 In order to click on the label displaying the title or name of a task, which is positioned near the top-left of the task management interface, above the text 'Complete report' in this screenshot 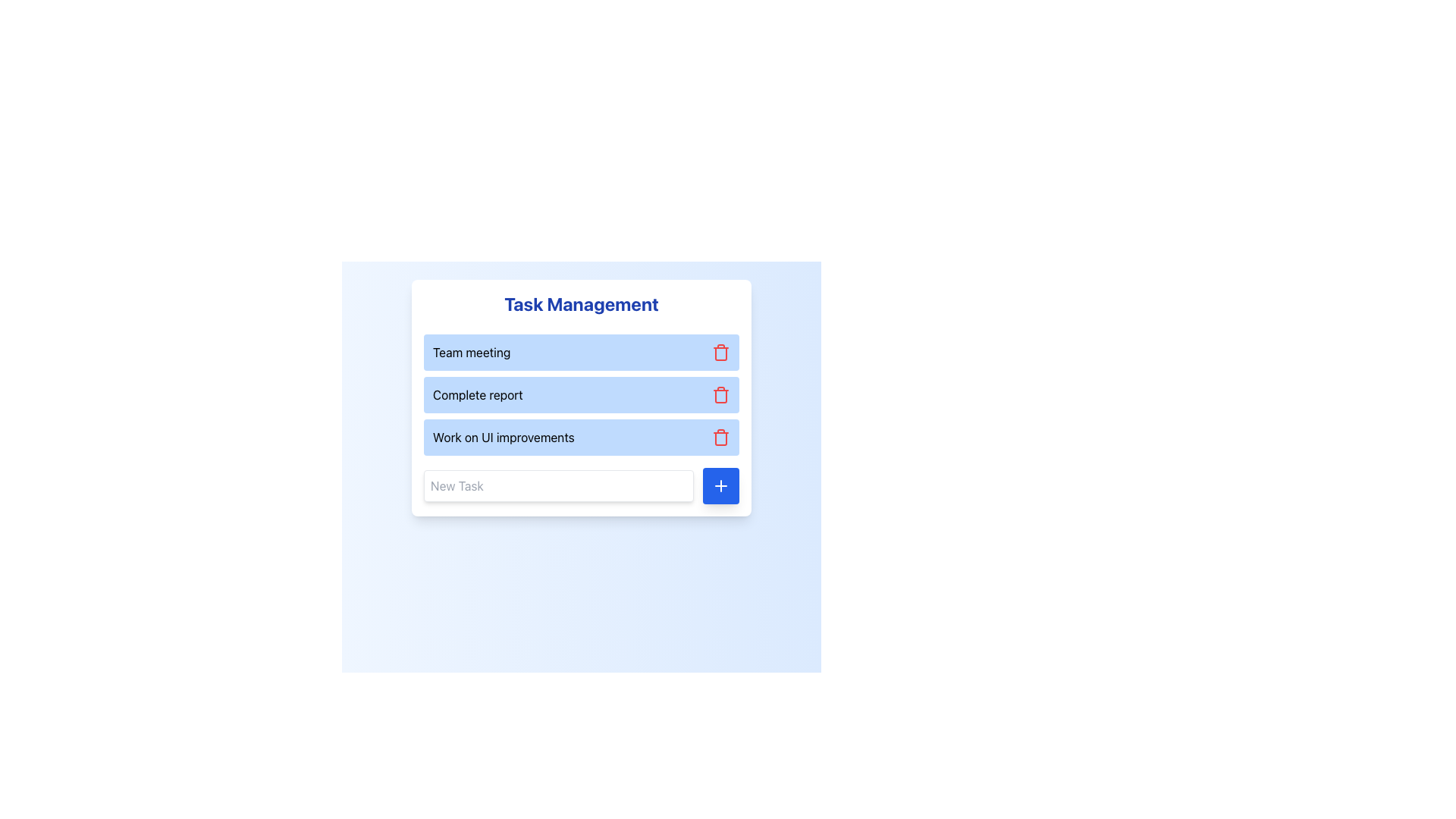, I will do `click(471, 353)`.